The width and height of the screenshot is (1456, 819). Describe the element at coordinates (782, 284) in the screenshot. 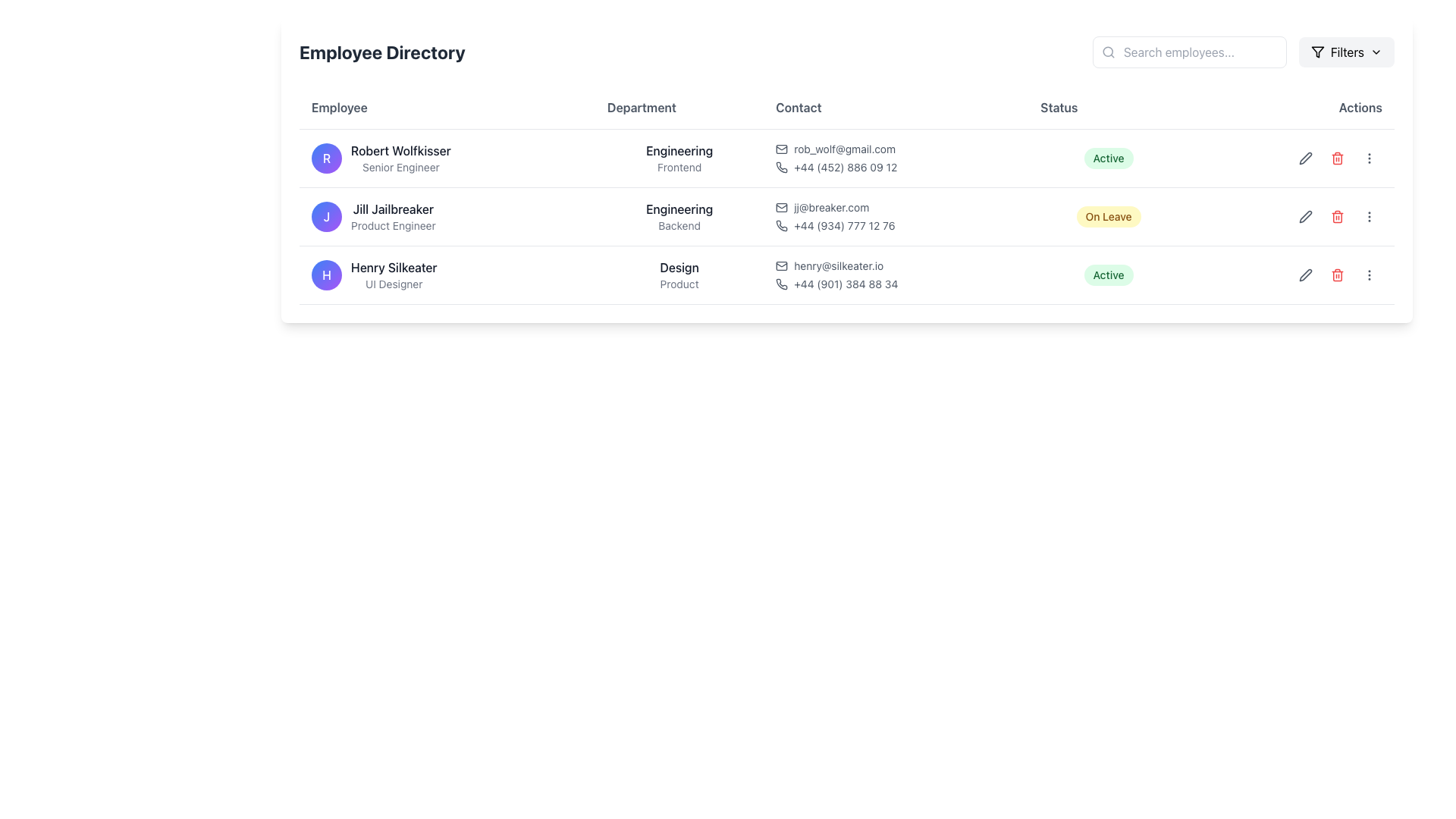

I see `the small, black, stylized phone icon in the 'Contact' column of the last row of the 'Employee Directory' UI to interact` at that location.